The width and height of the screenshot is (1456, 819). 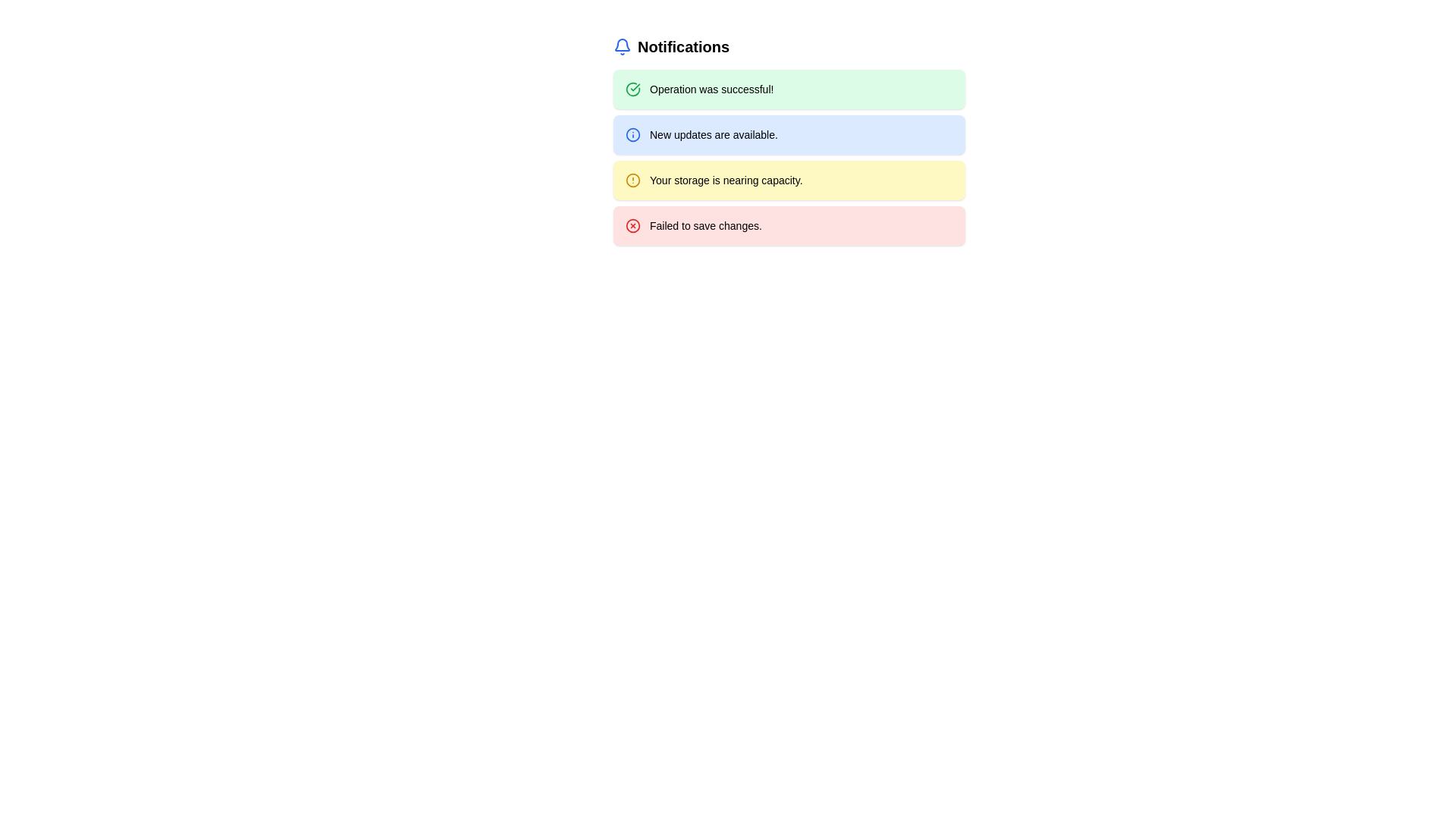 What do you see at coordinates (713, 133) in the screenshot?
I see `the notification message text that informs the user about new updates, located in the second notification card, to the right of the info icon` at bounding box center [713, 133].